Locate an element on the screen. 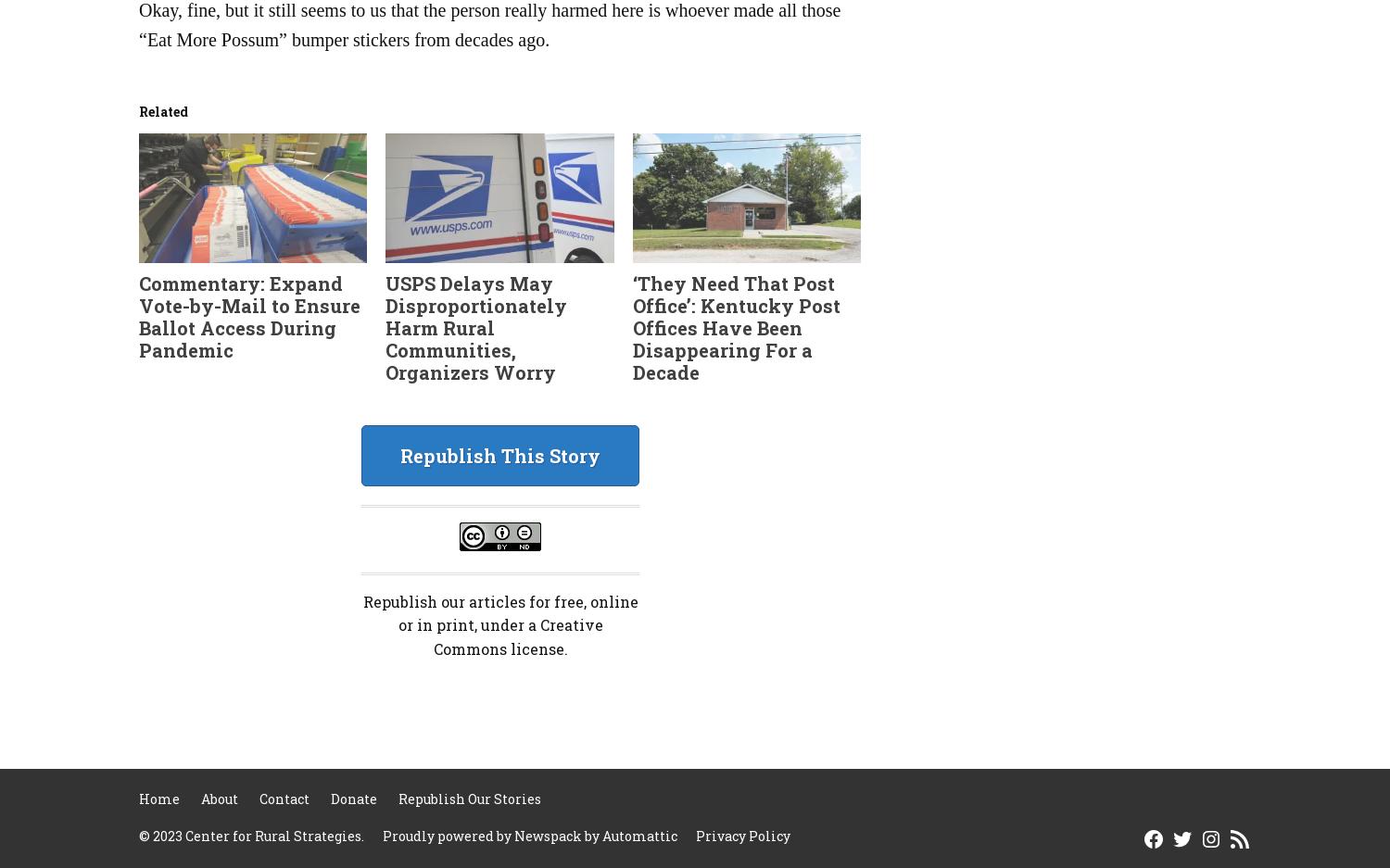 This screenshot has width=1390, height=868. 'Related' is located at coordinates (163, 110).